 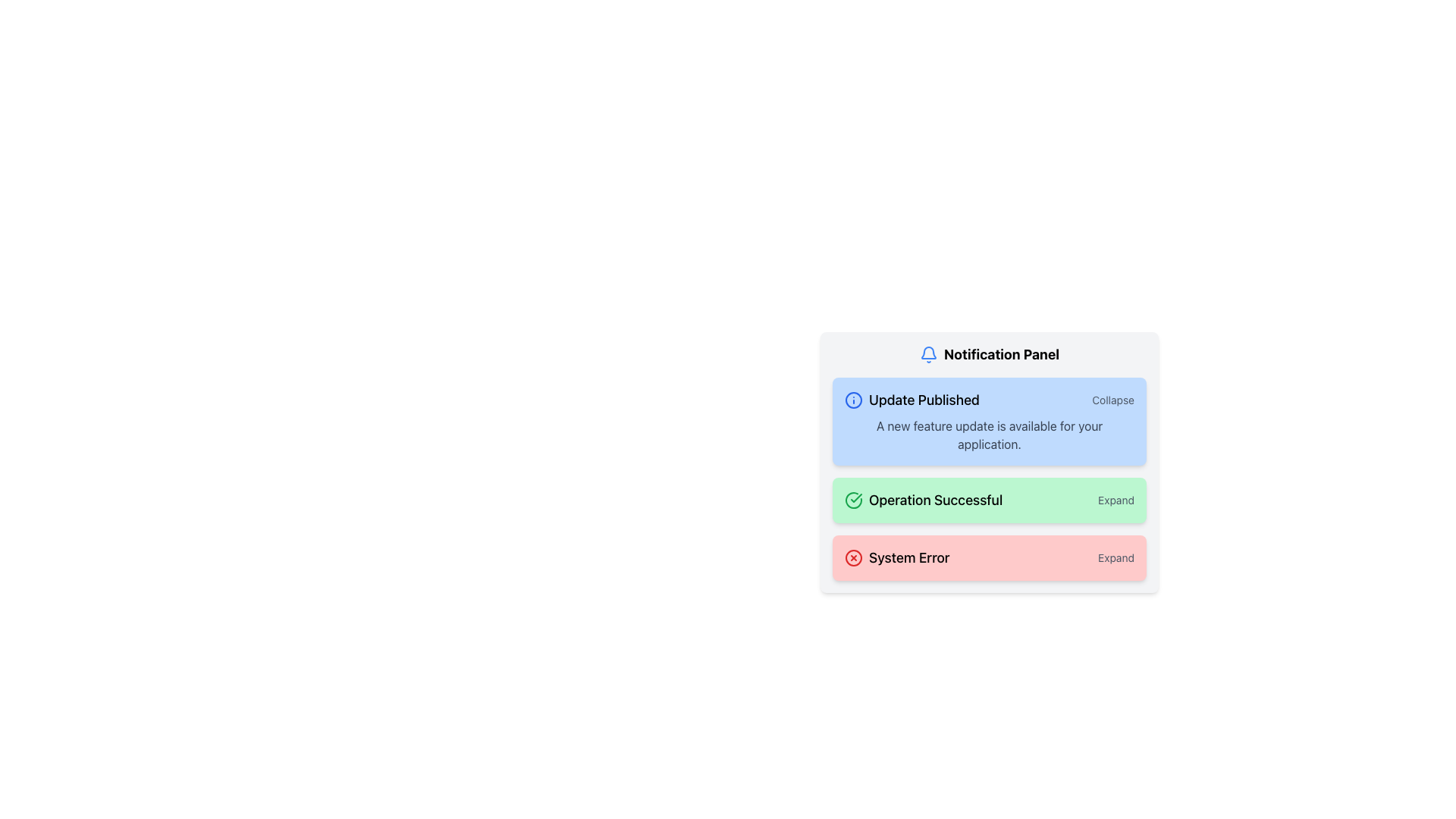 What do you see at coordinates (924, 400) in the screenshot?
I see `the text label 'Update Published', which serves as a notification title and is located in a blue section at the top of the notification panel` at bounding box center [924, 400].